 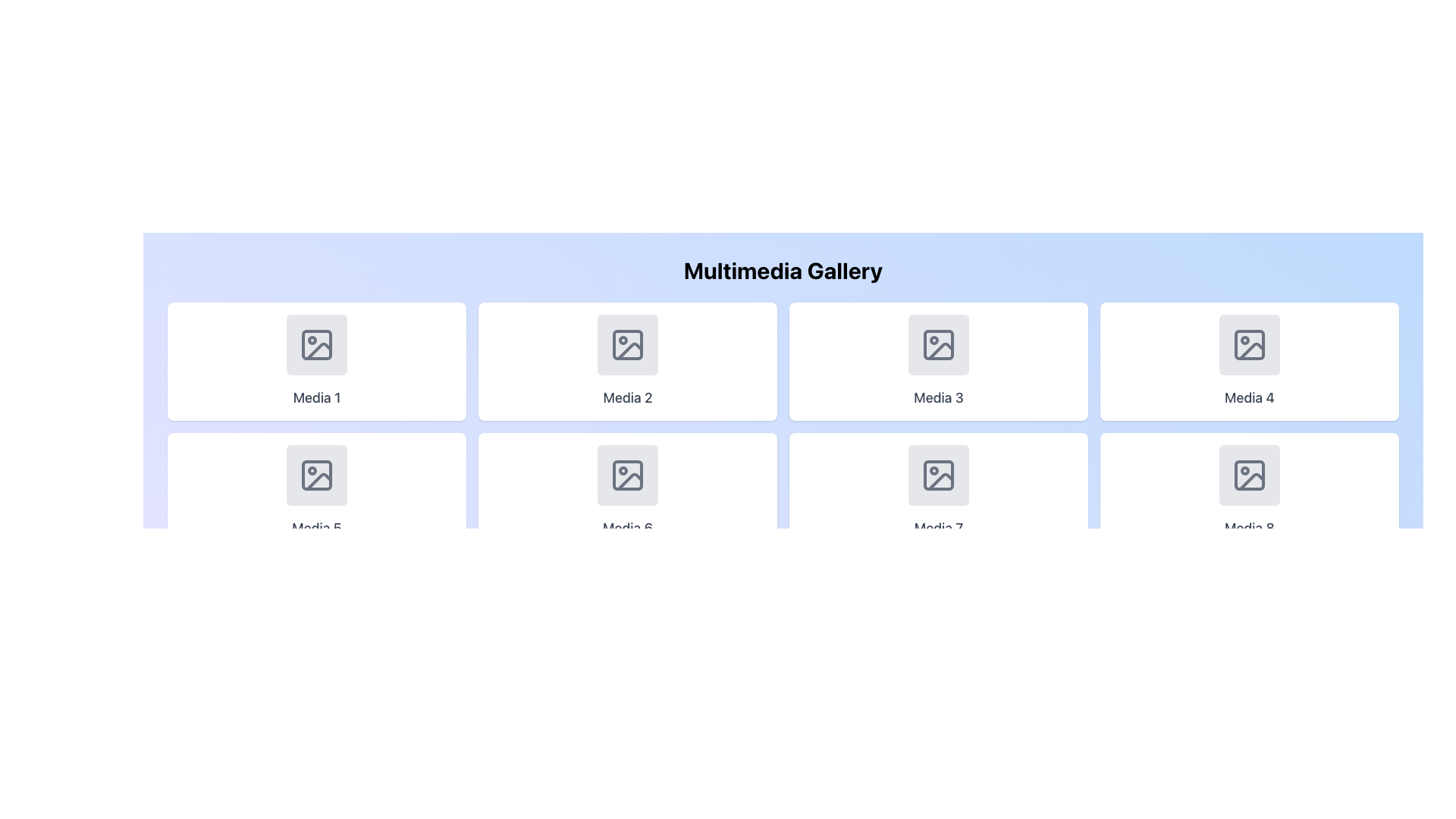 What do you see at coordinates (628, 528) in the screenshot?
I see `text label located at the bottom of the rectangular card in the second row and third column of the grid layout, centered horizontally and positioned below the image icon` at bounding box center [628, 528].